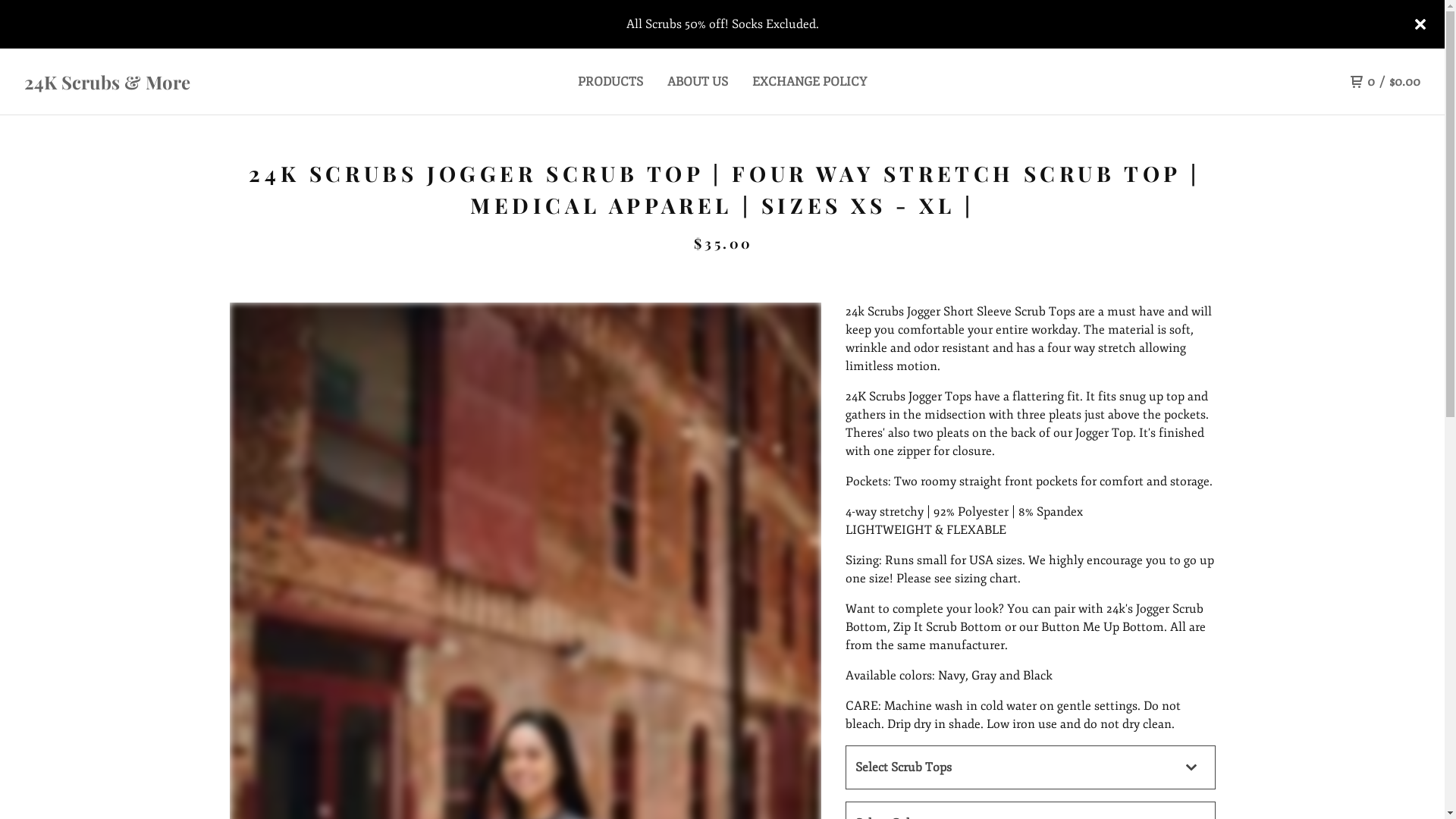 This screenshot has width=1456, height=819. What do you see at coordinates (1385, 82) in the screenshot?
I see `'0` at bounding box center [1385, 82].